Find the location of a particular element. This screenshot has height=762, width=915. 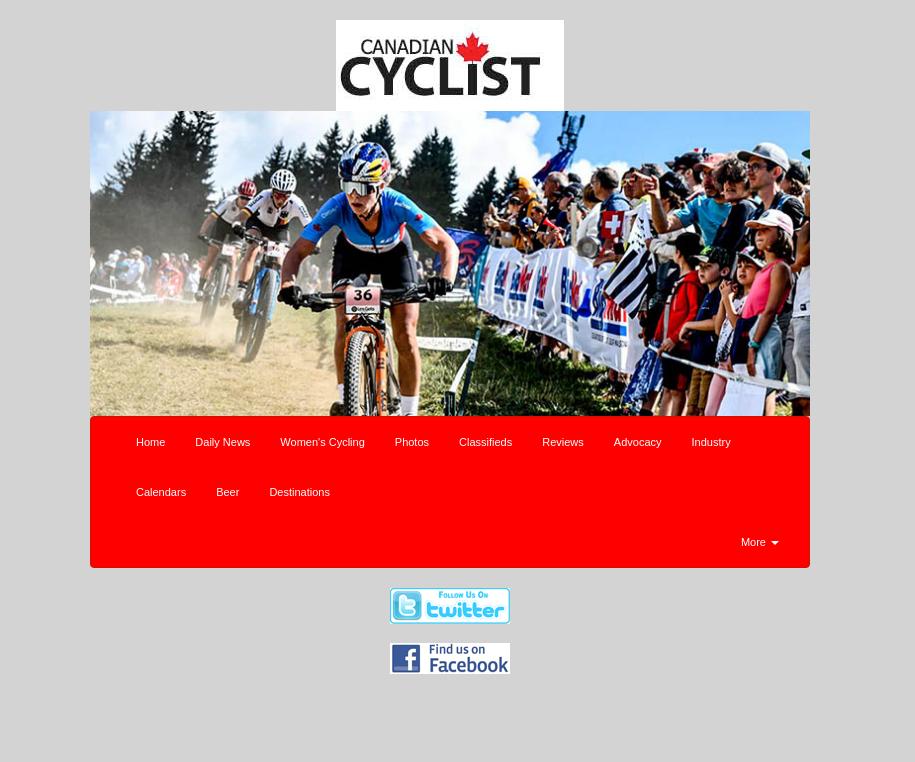

'Destinations' is located at coordinates (298, 491).